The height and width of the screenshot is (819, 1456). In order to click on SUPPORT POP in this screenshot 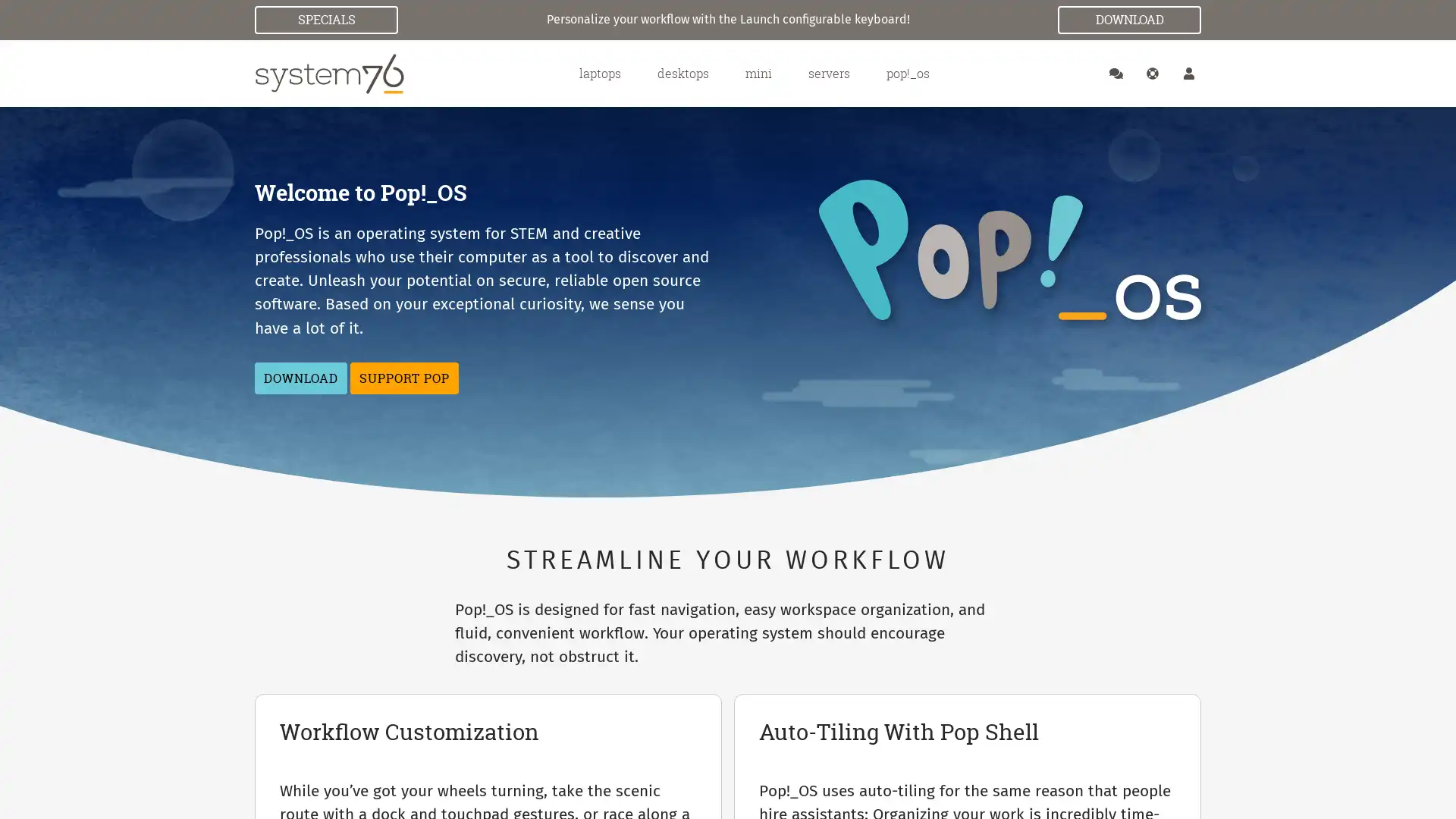, I will do `click(403, 377)`.